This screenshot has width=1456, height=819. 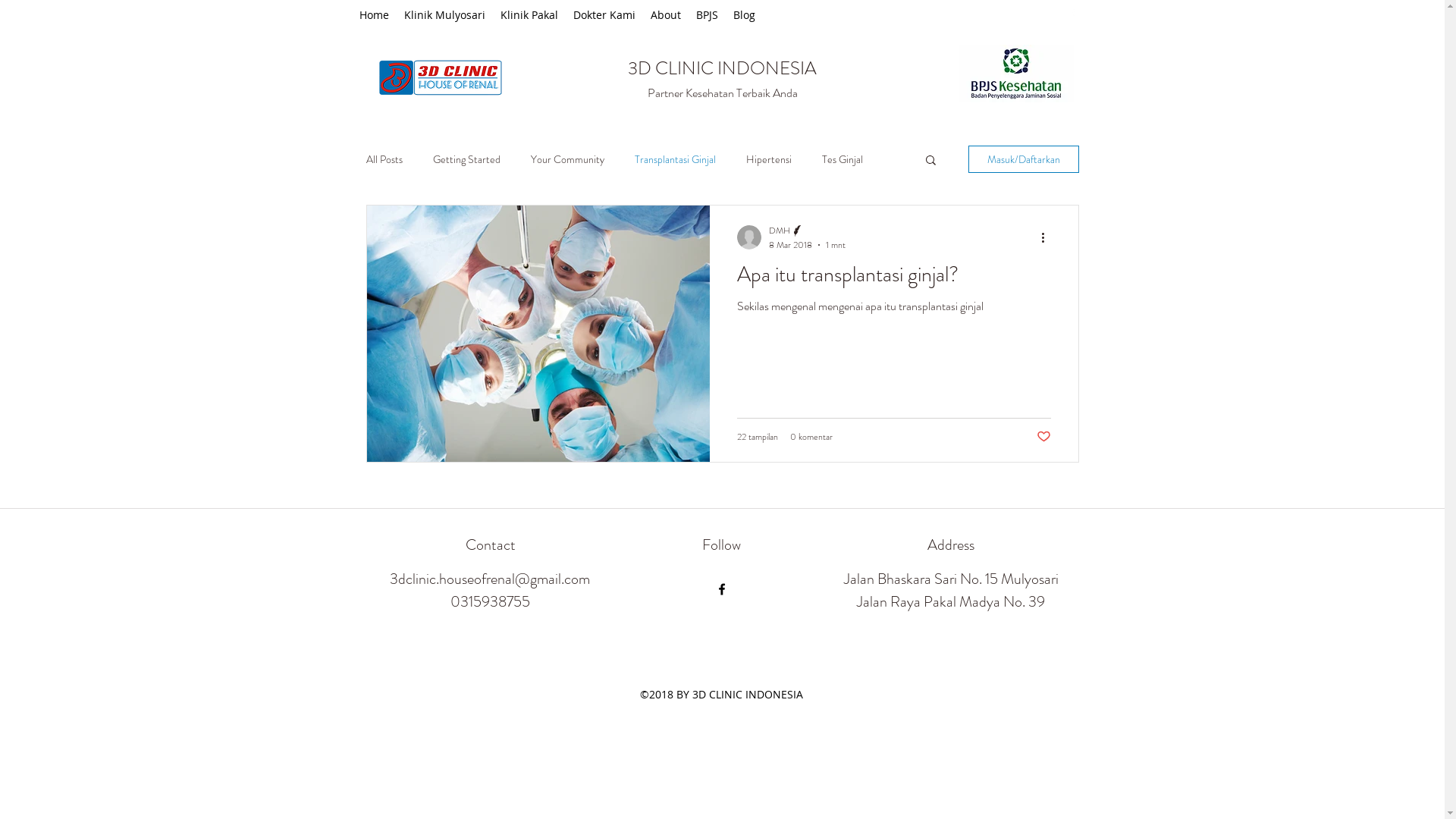 What do you see at coordinates (666, 14) in the screenshot?
I see `'About'` at bounding box center [666, 14].